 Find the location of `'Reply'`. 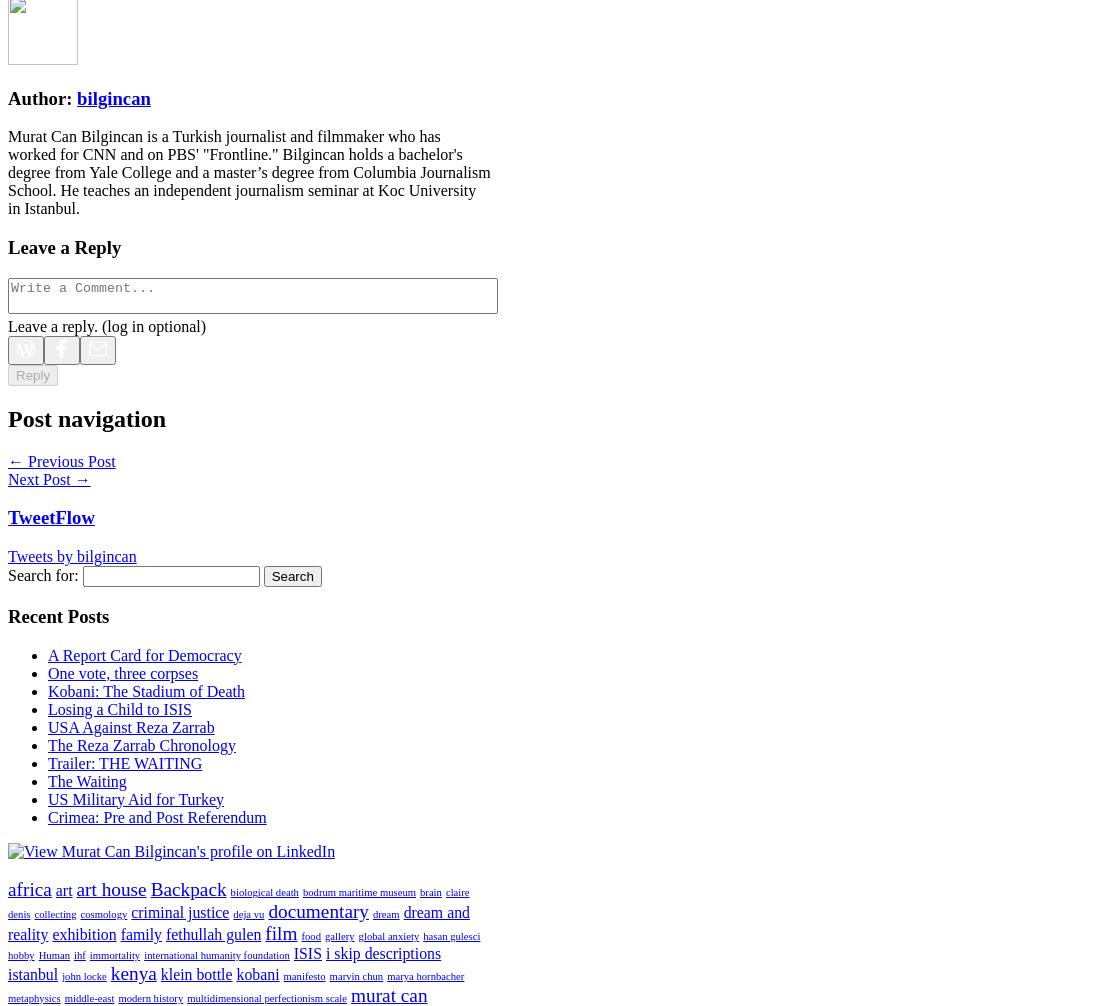

'Reply' is located at coordinates (32, 373).